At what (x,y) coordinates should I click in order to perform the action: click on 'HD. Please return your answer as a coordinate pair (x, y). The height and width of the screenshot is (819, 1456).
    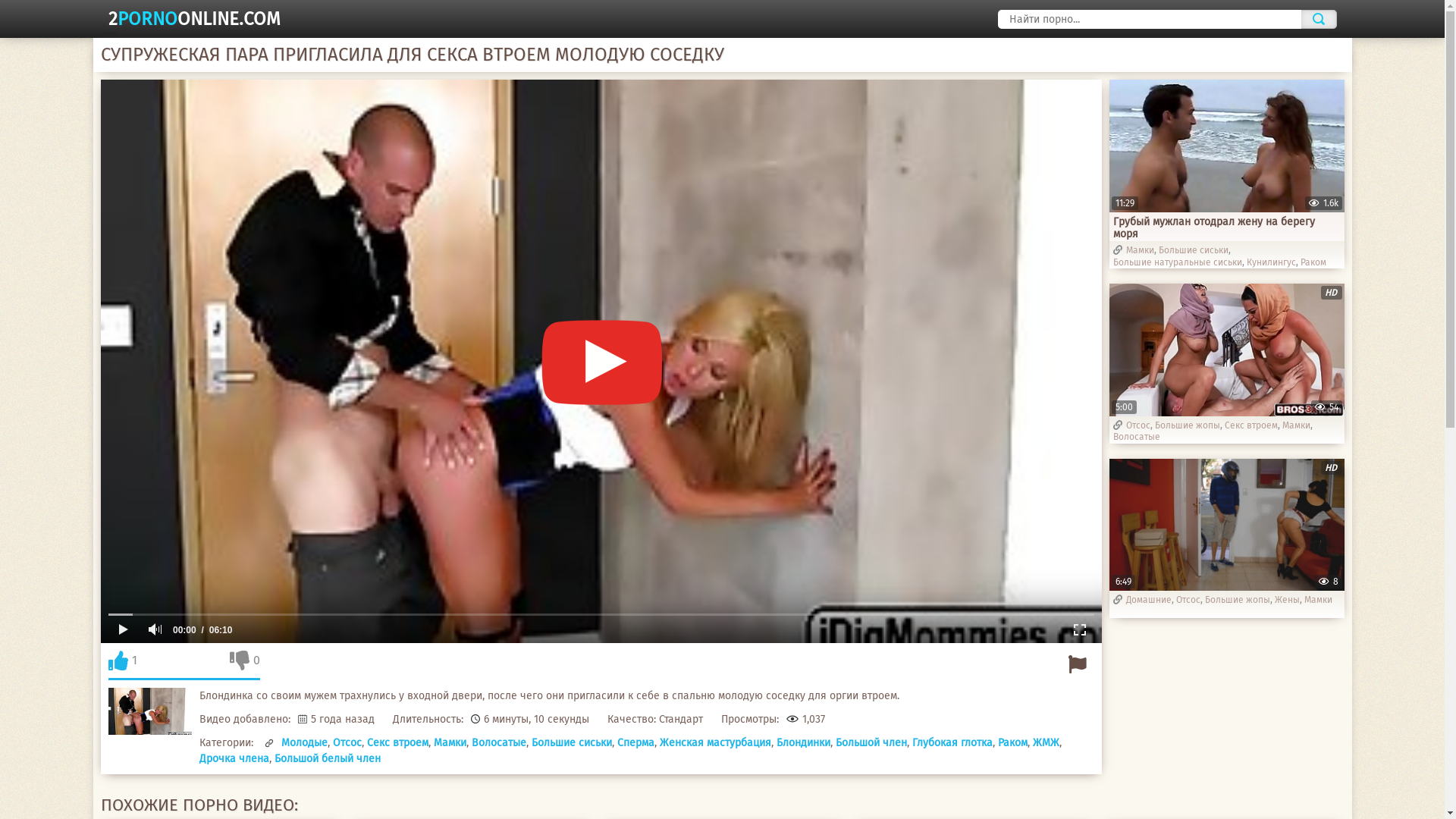
    Looking at the image, I should click on (1226, 350).